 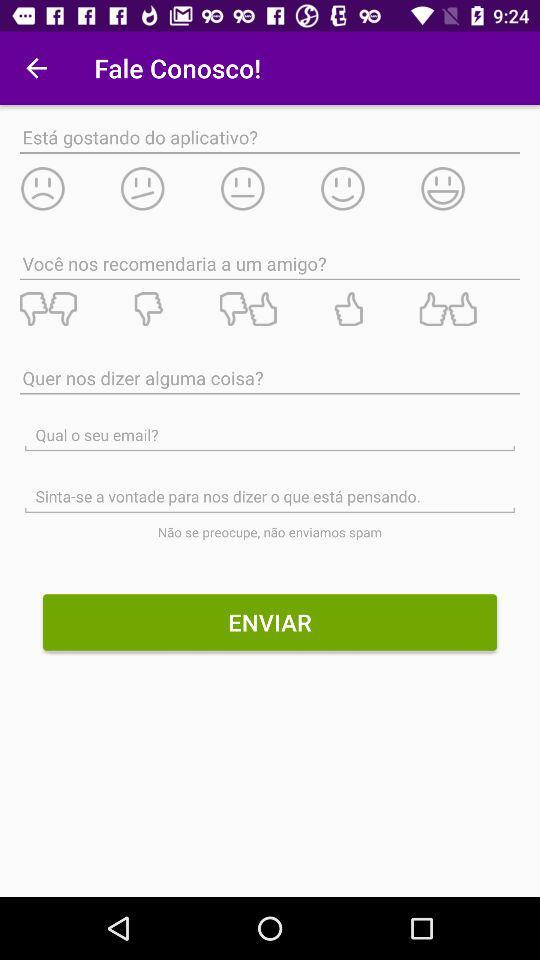 What do you see at coordinates (469, 309) in the screenshot?
I see `two thumbs up` at bounding box center [469, 309].